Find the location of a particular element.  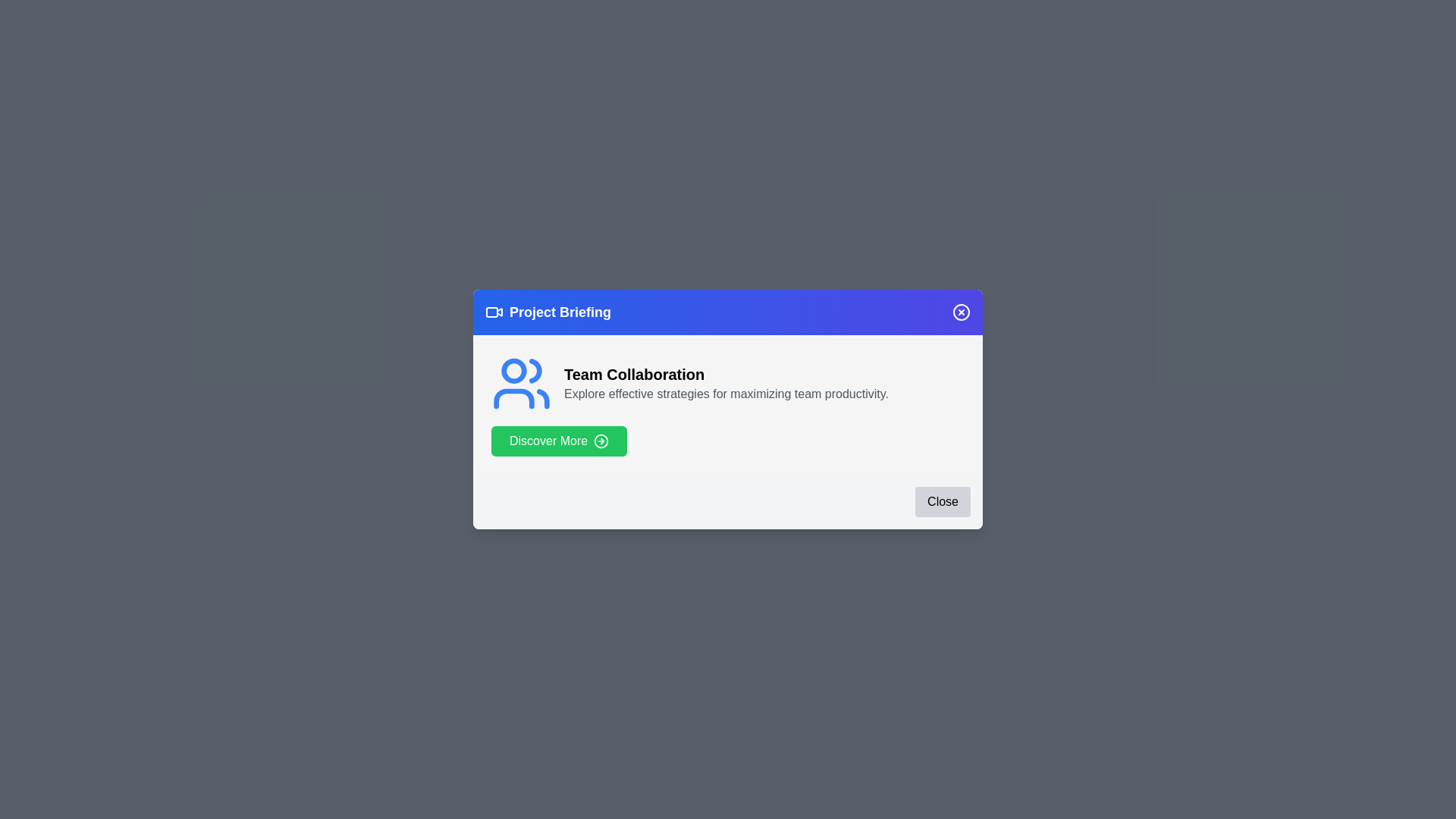

the close icon (X) in the header to close the dialog is located at coordinates (960, 312).